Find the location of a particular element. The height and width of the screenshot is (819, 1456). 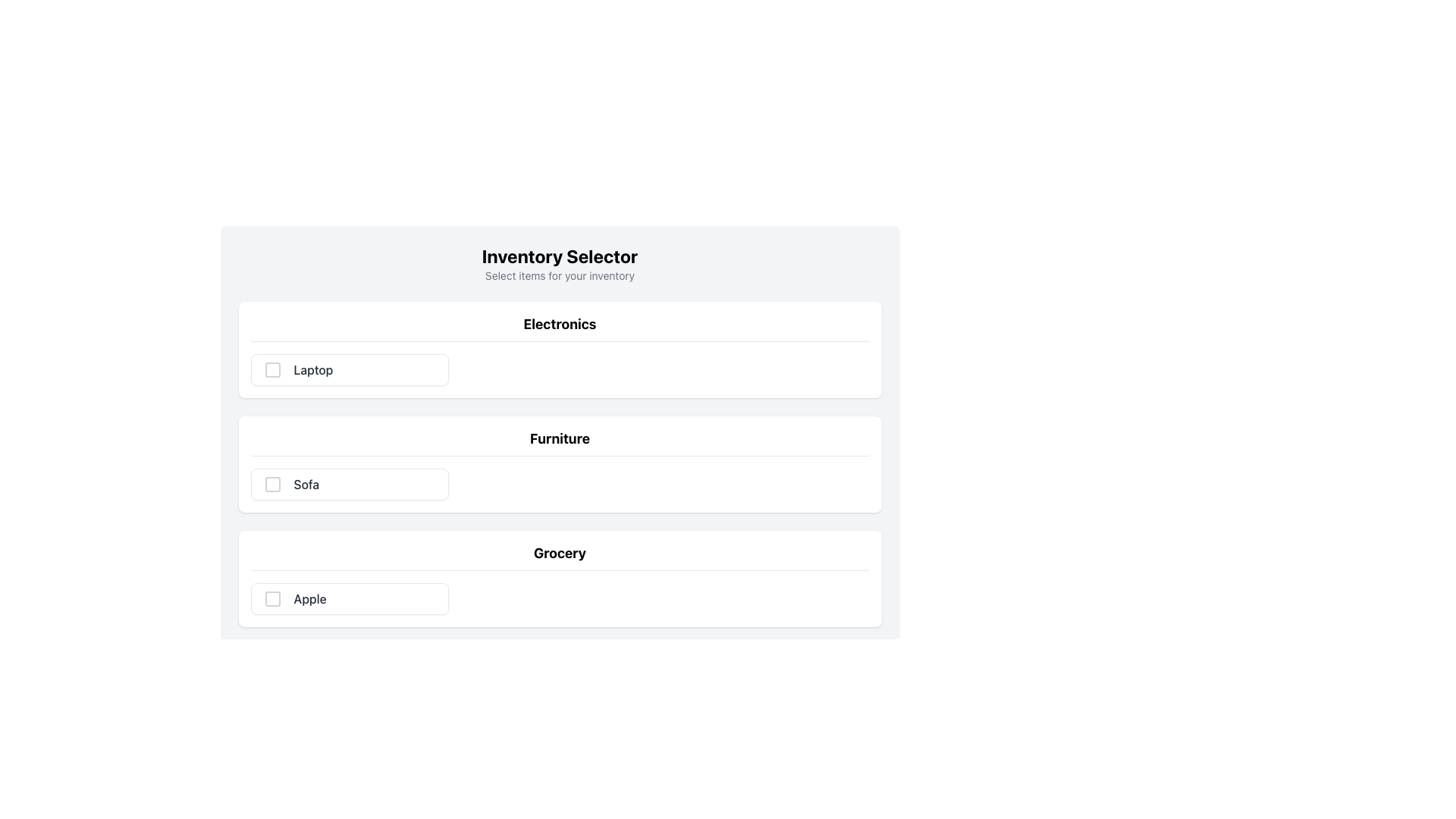

selectable item labeled 'Apple' located in the Grocery section of the page, positioned to the right of a square checkbox icon is located at coordinates (309, 598).